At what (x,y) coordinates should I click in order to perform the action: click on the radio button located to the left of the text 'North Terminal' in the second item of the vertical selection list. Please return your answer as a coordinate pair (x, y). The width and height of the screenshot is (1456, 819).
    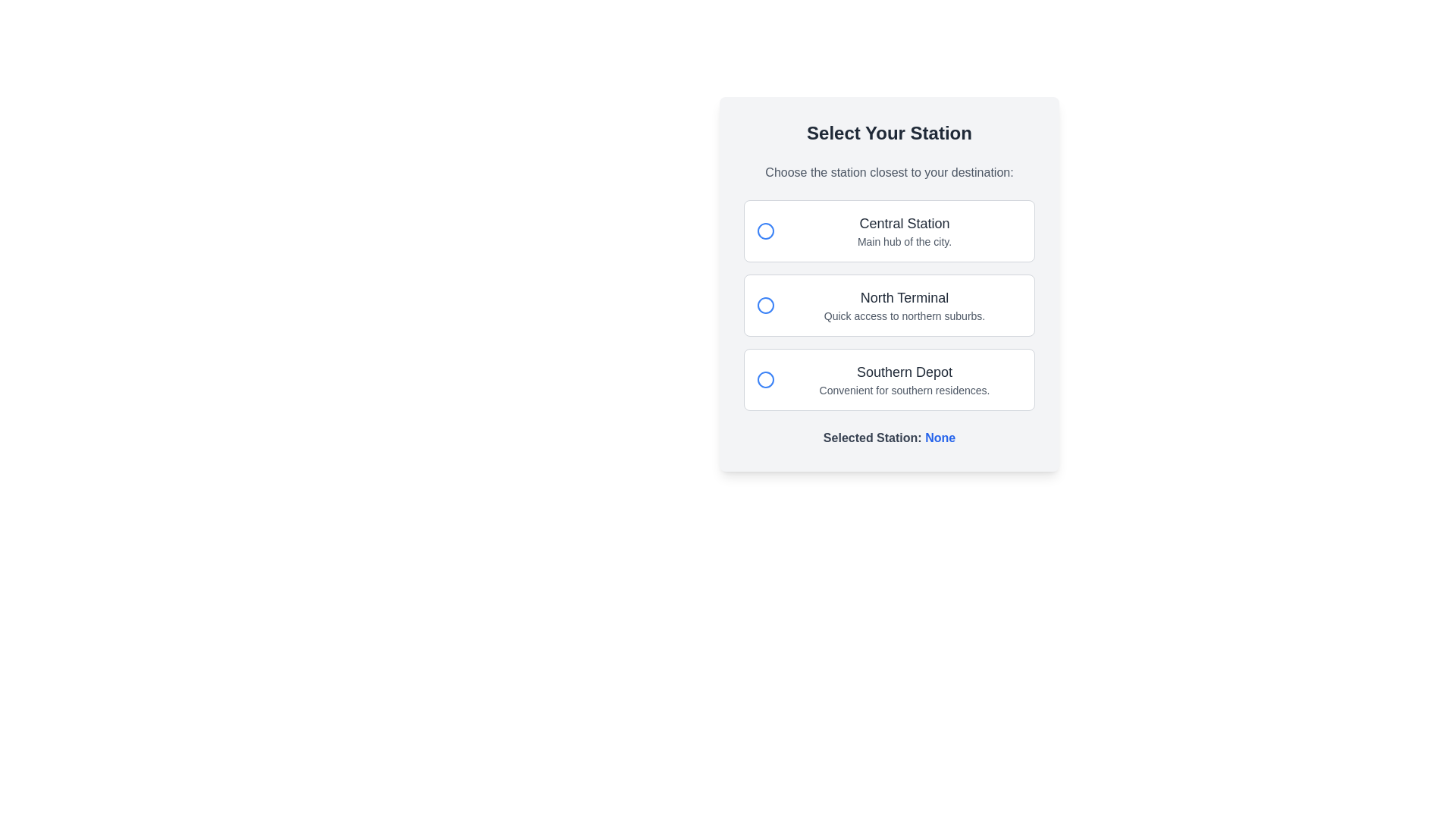
    Looking at the image, I should click on (765, 305).